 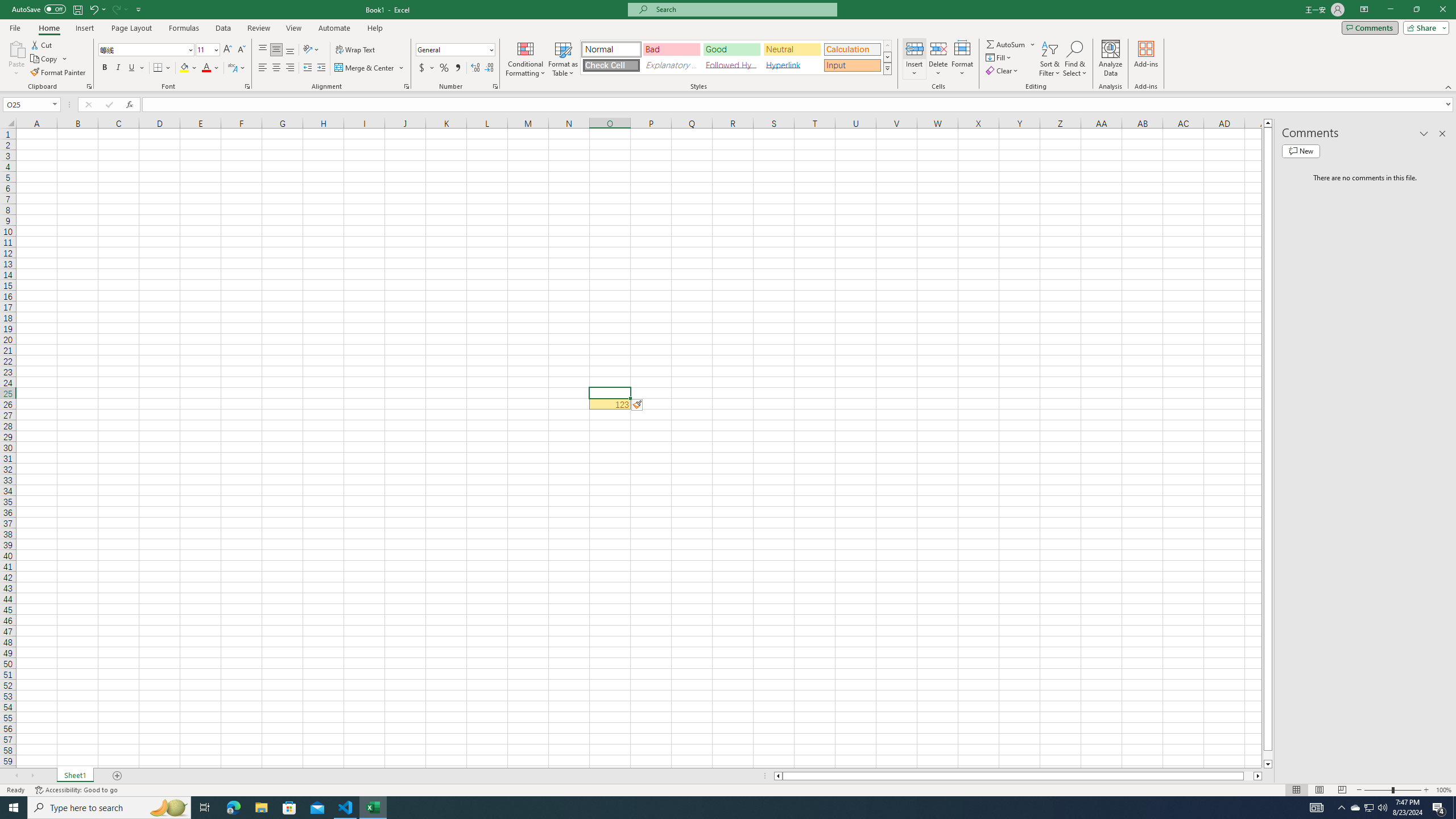 I want to click on 'Fill Color RGB(255, 255, 0)', so click(x=183, y=67).